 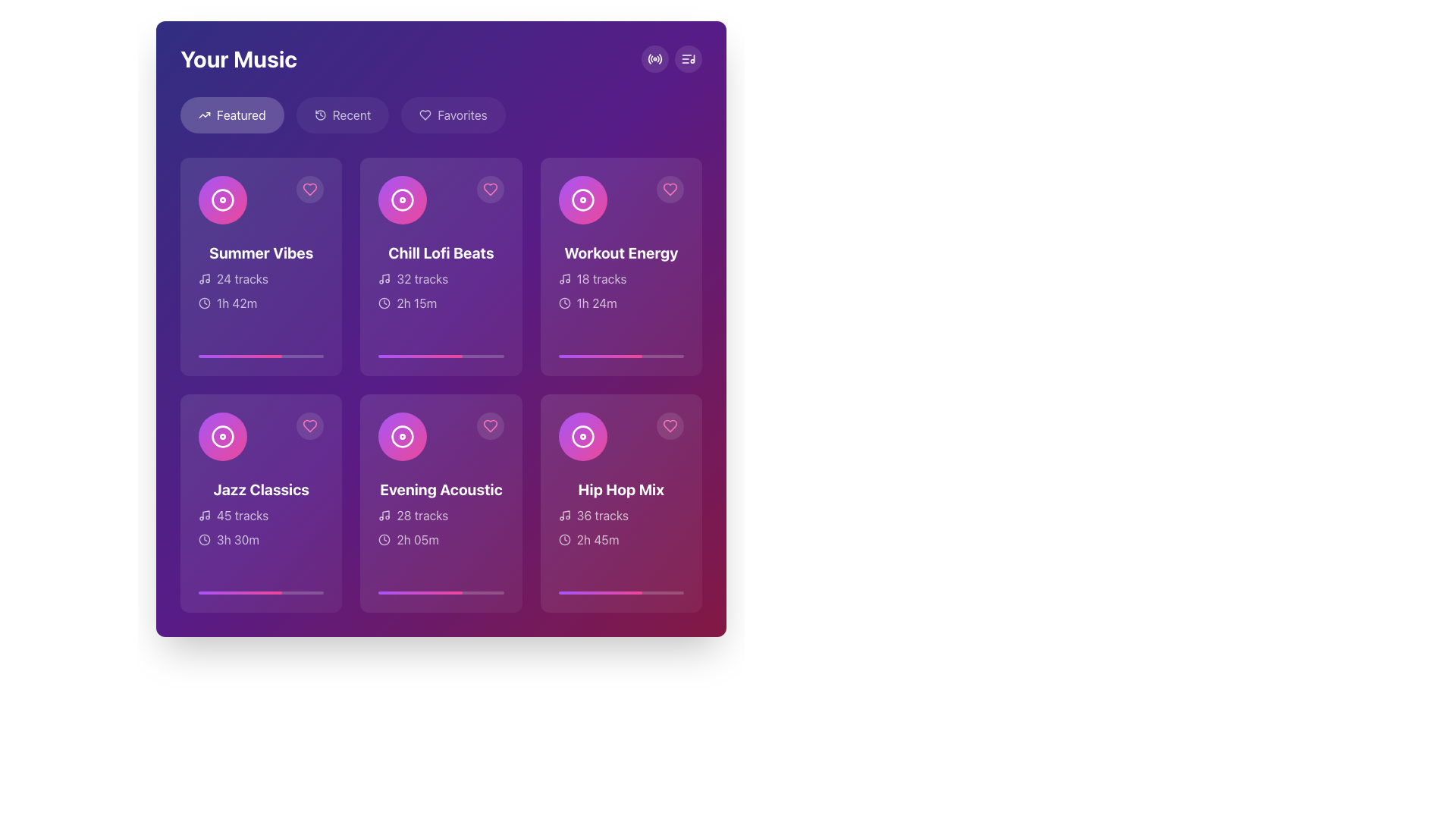 I want to click on the playlist track count, so click(x=261, y=514).